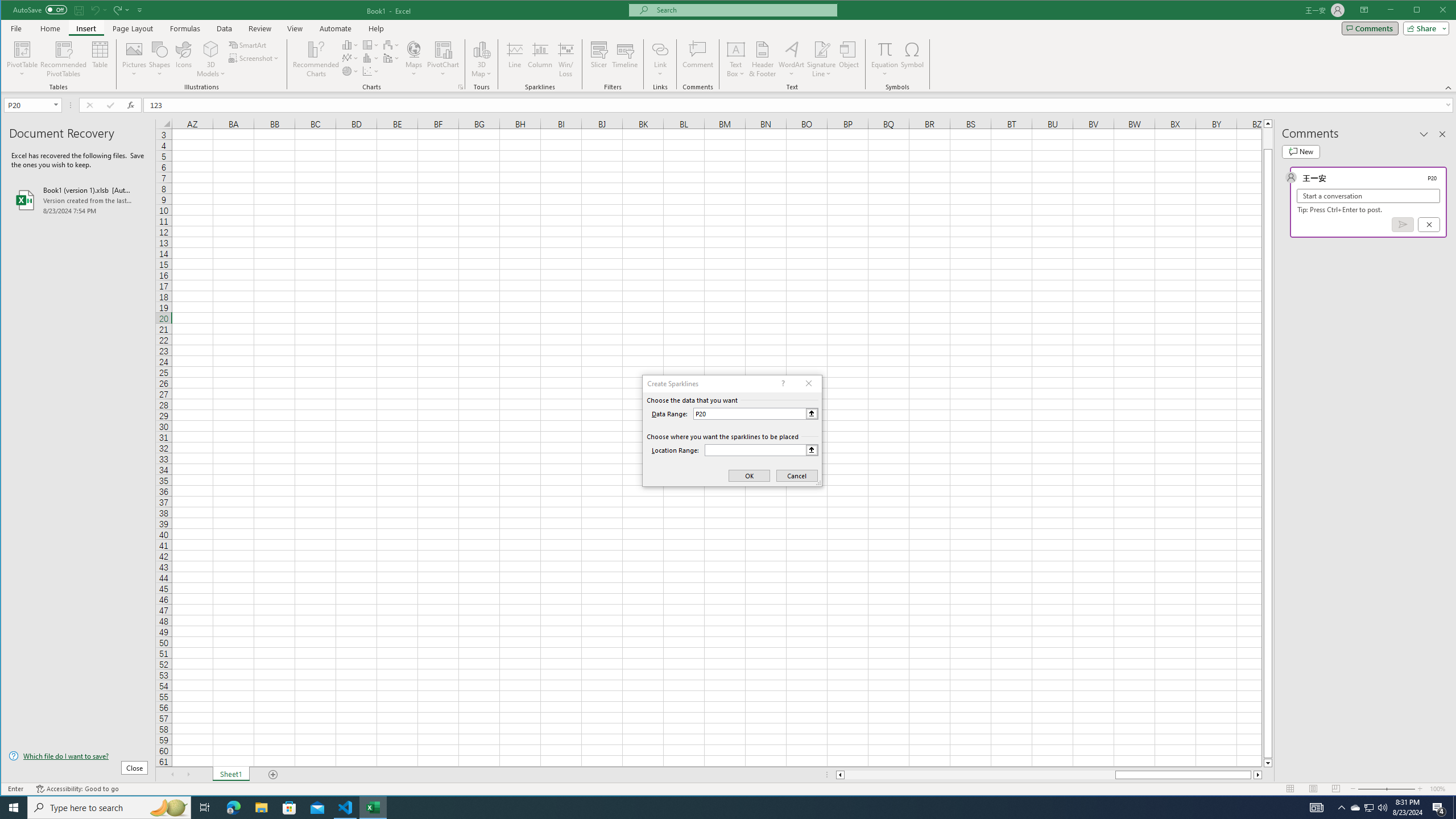 Image resolution: width=1456 pixels, height=819 pixels. I want to click on 'Icons', so click(183, 59).